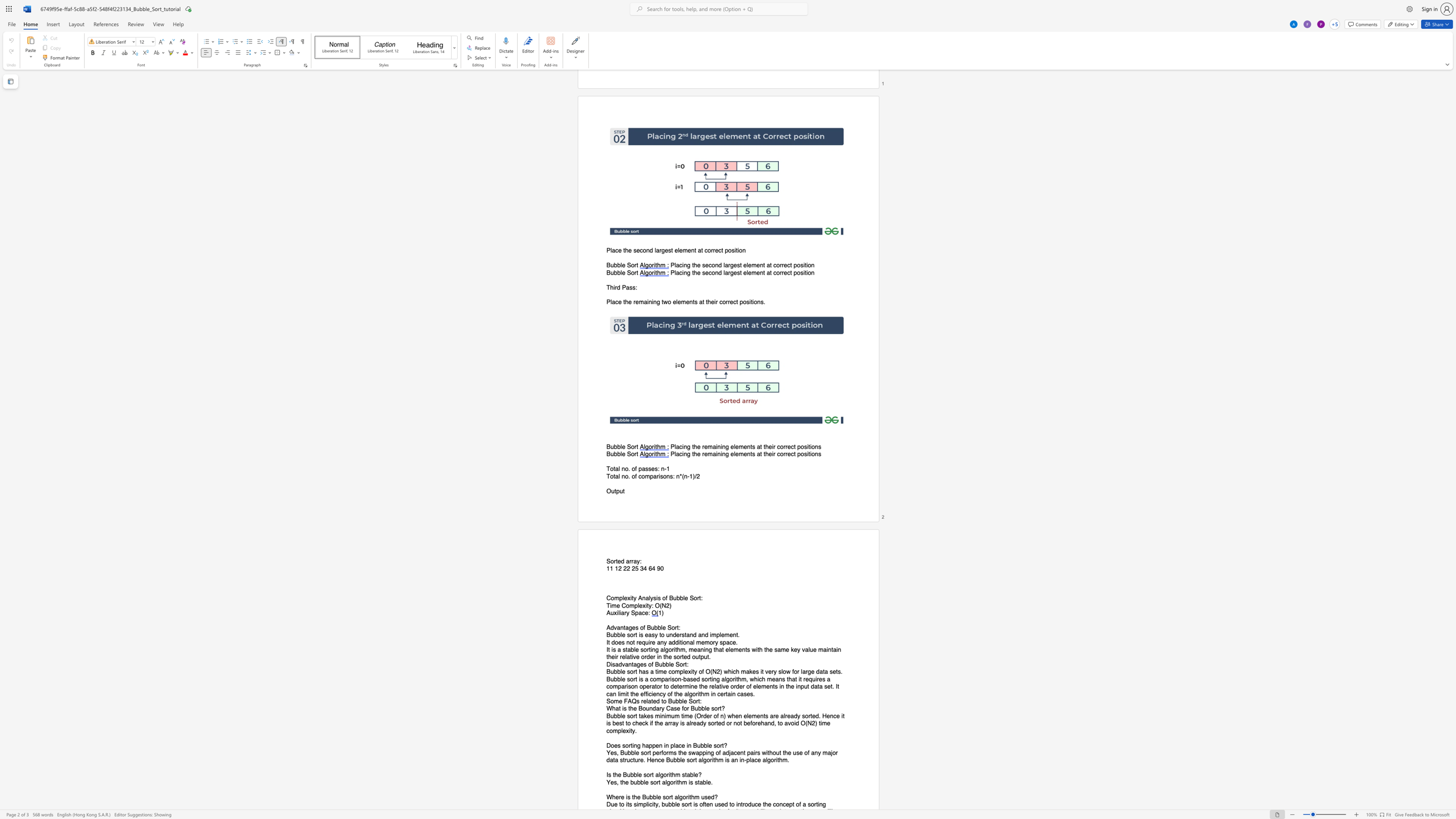 The width and height of the screenshot is (1456, 819). What do you see at coordinates (638, 664) in the screenshot?
I see `the 1th character "g" in the text` at bounding box center [638, 664].